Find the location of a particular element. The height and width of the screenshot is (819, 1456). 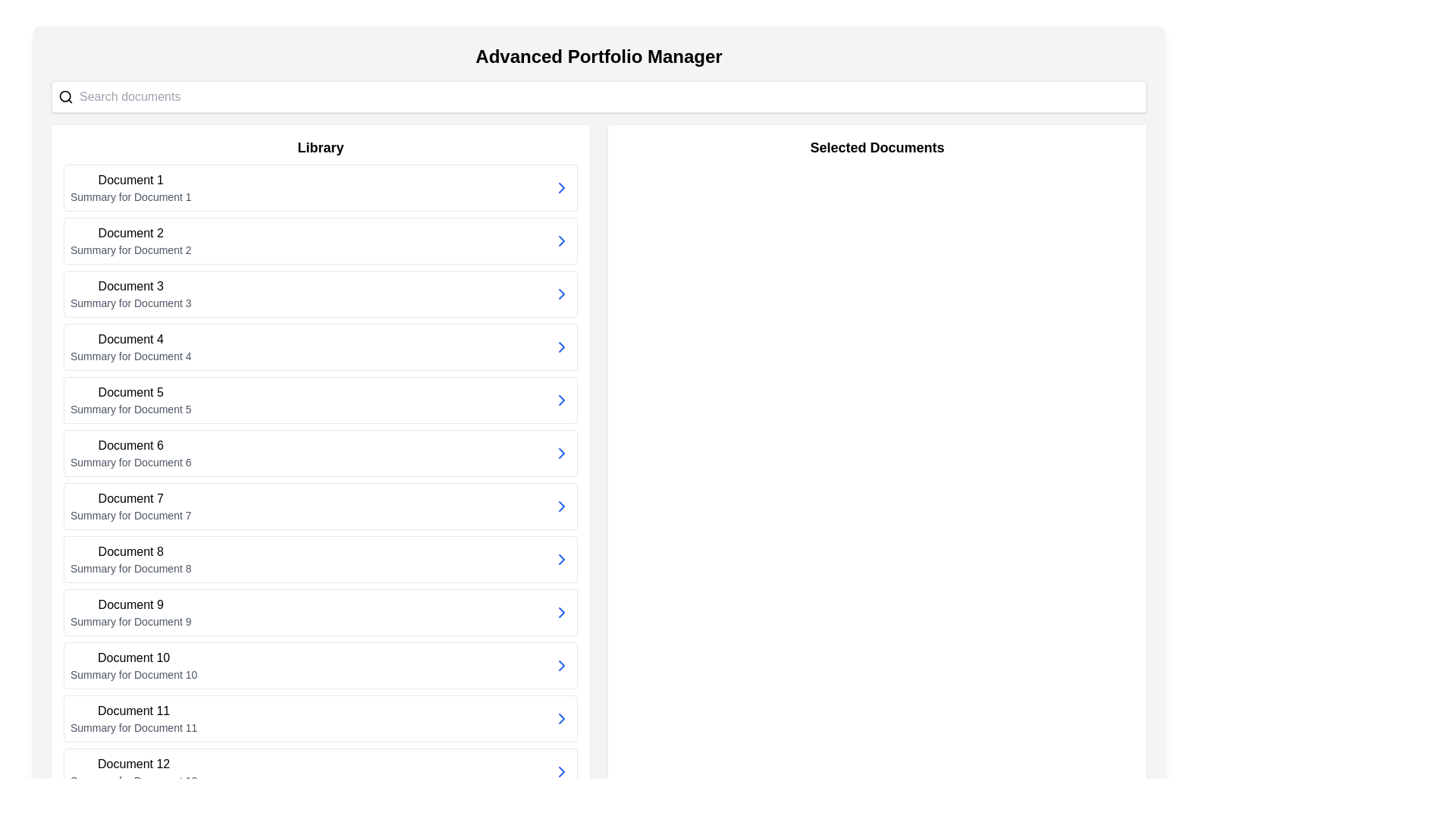

the rightward arrow icon with a thin blue outline located adjacent to a document entry in the library section is located at coordinates (560, 506).